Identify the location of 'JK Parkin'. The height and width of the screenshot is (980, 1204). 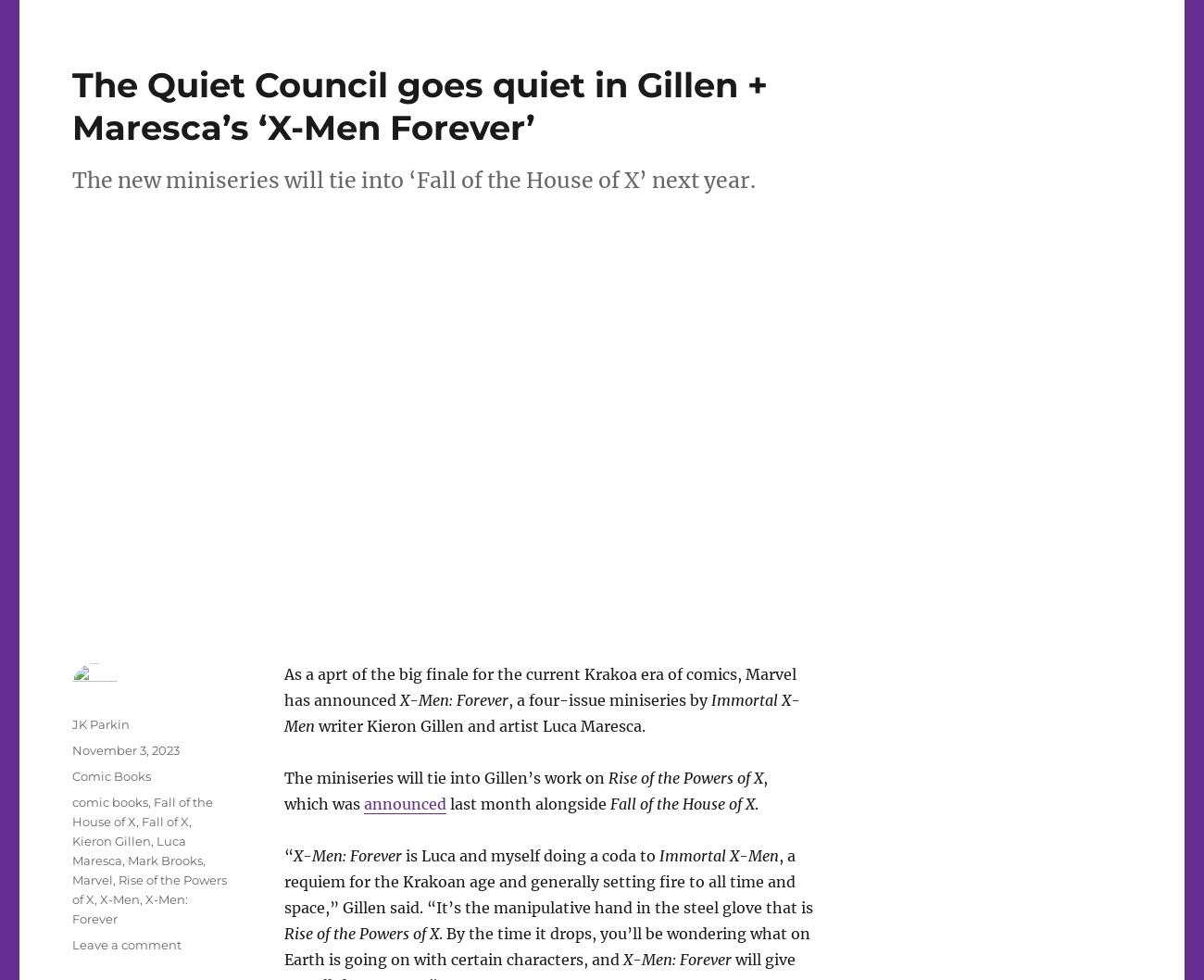
(100, 723).